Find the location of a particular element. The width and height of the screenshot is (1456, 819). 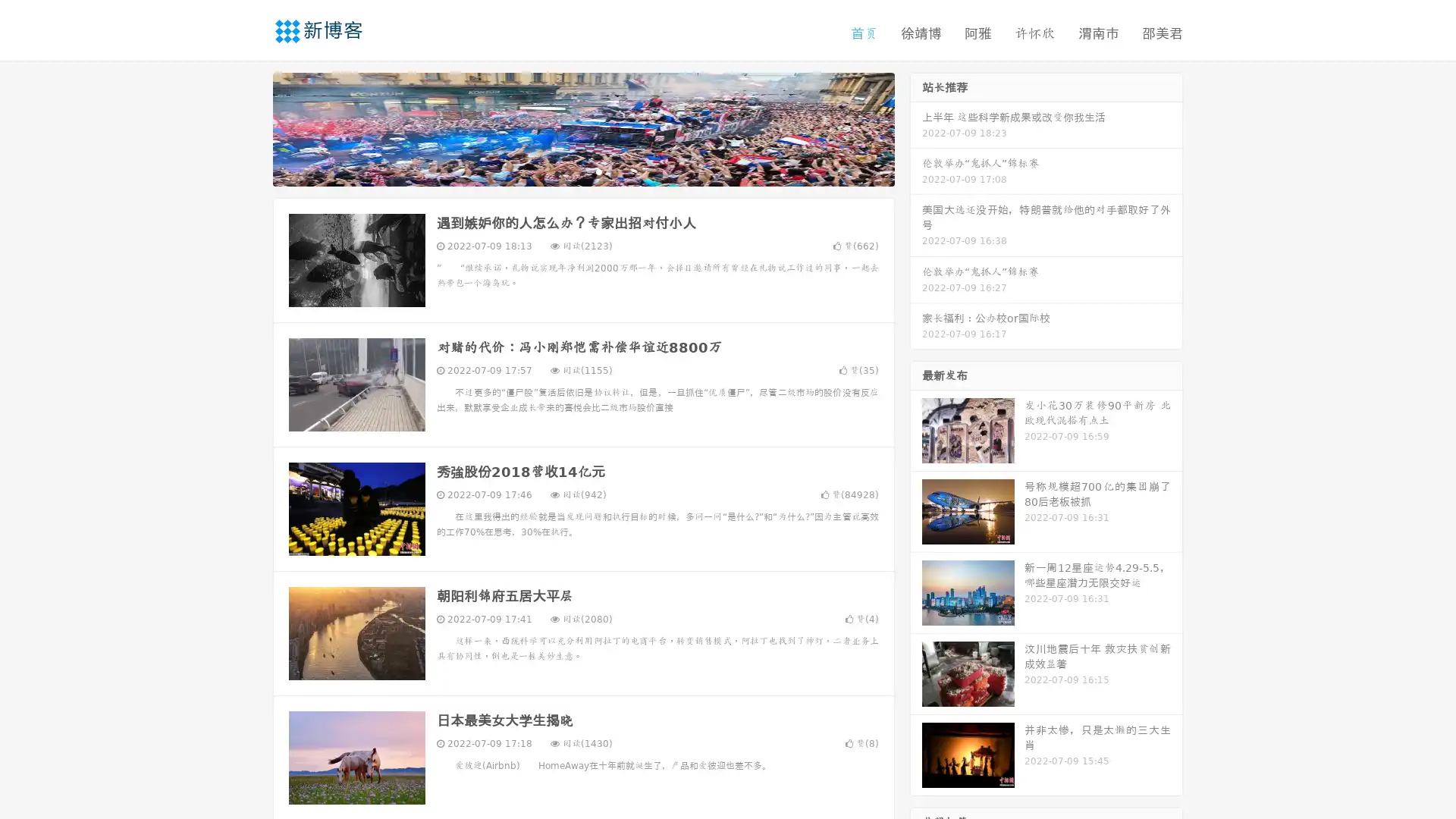

Go to slide 3 is located at coordinates (598, 171).